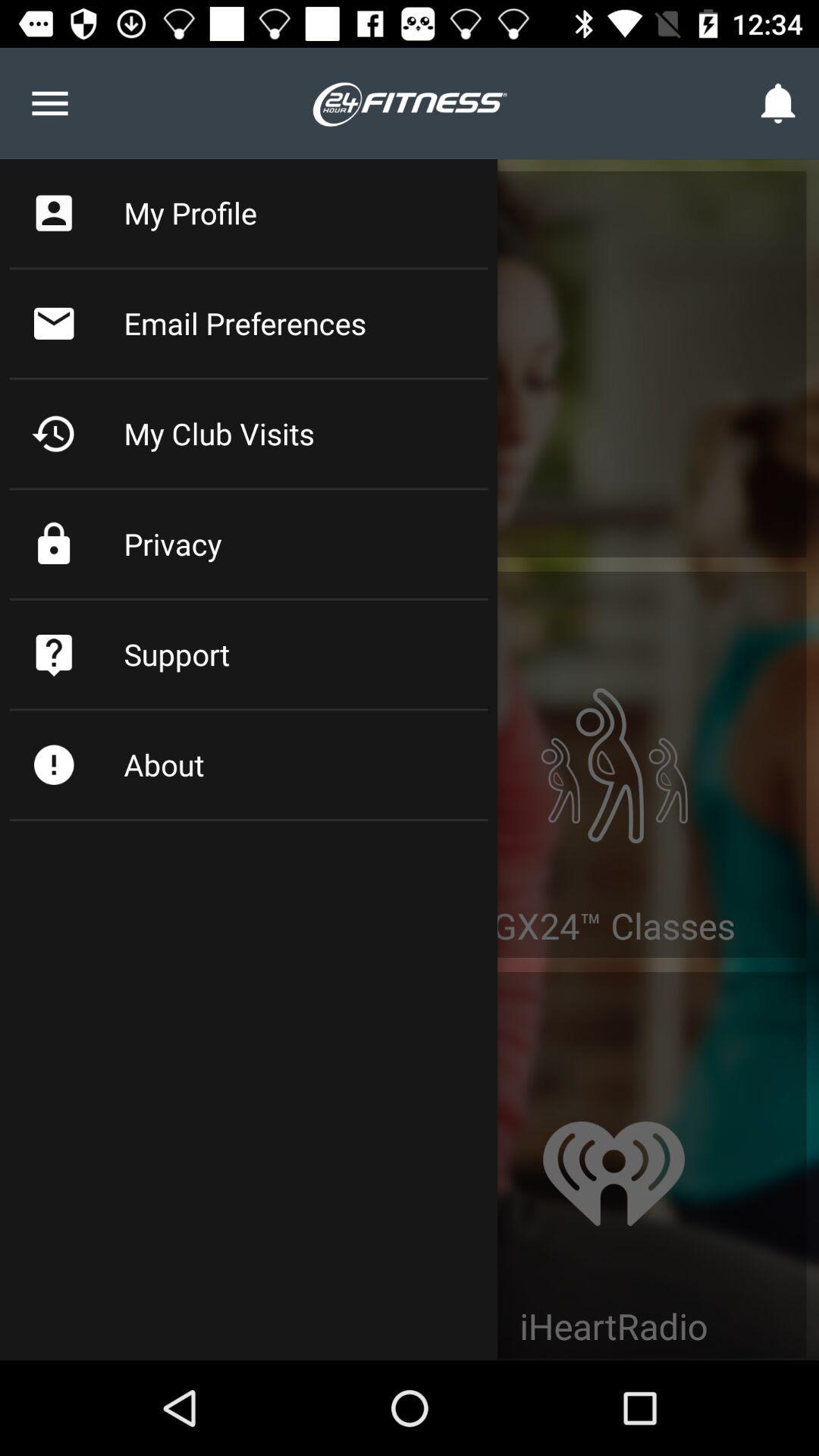 This screenshot has width=819, height=1456. Describe the element at coordinates (614, 741) in the screenshot. I see `the first image` at that location.